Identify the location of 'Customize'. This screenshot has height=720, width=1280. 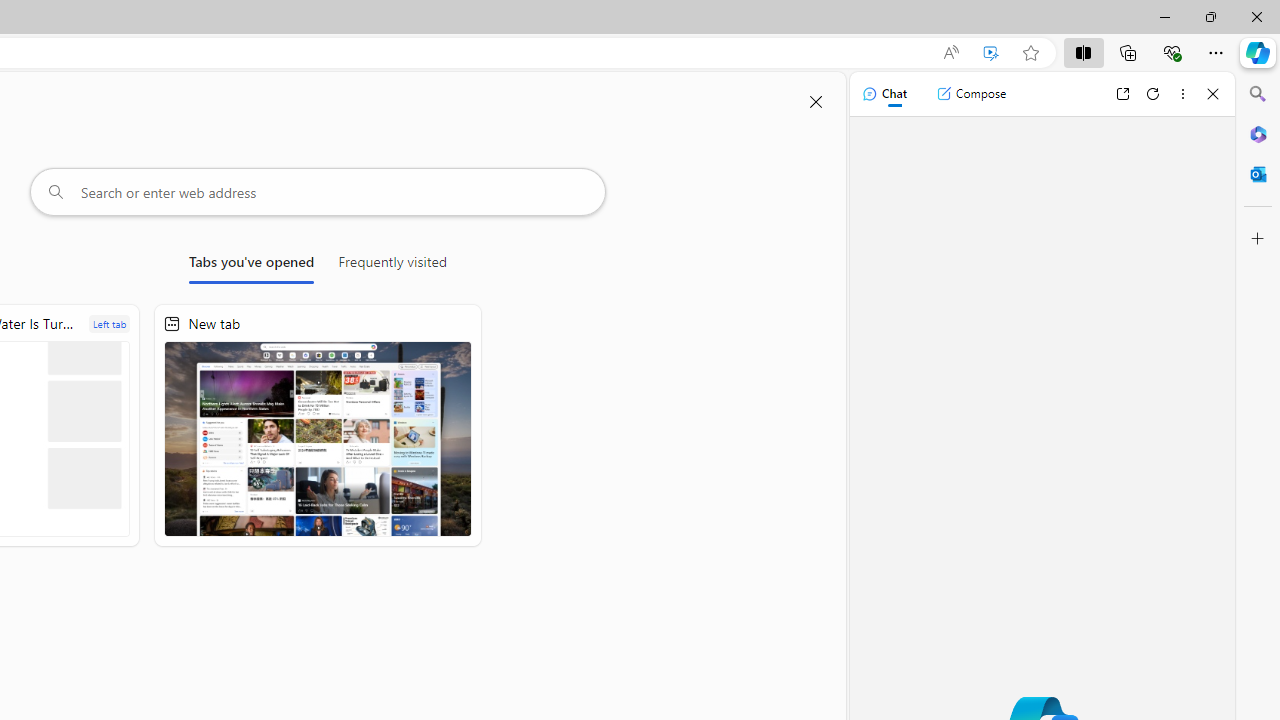
(1257, 238).